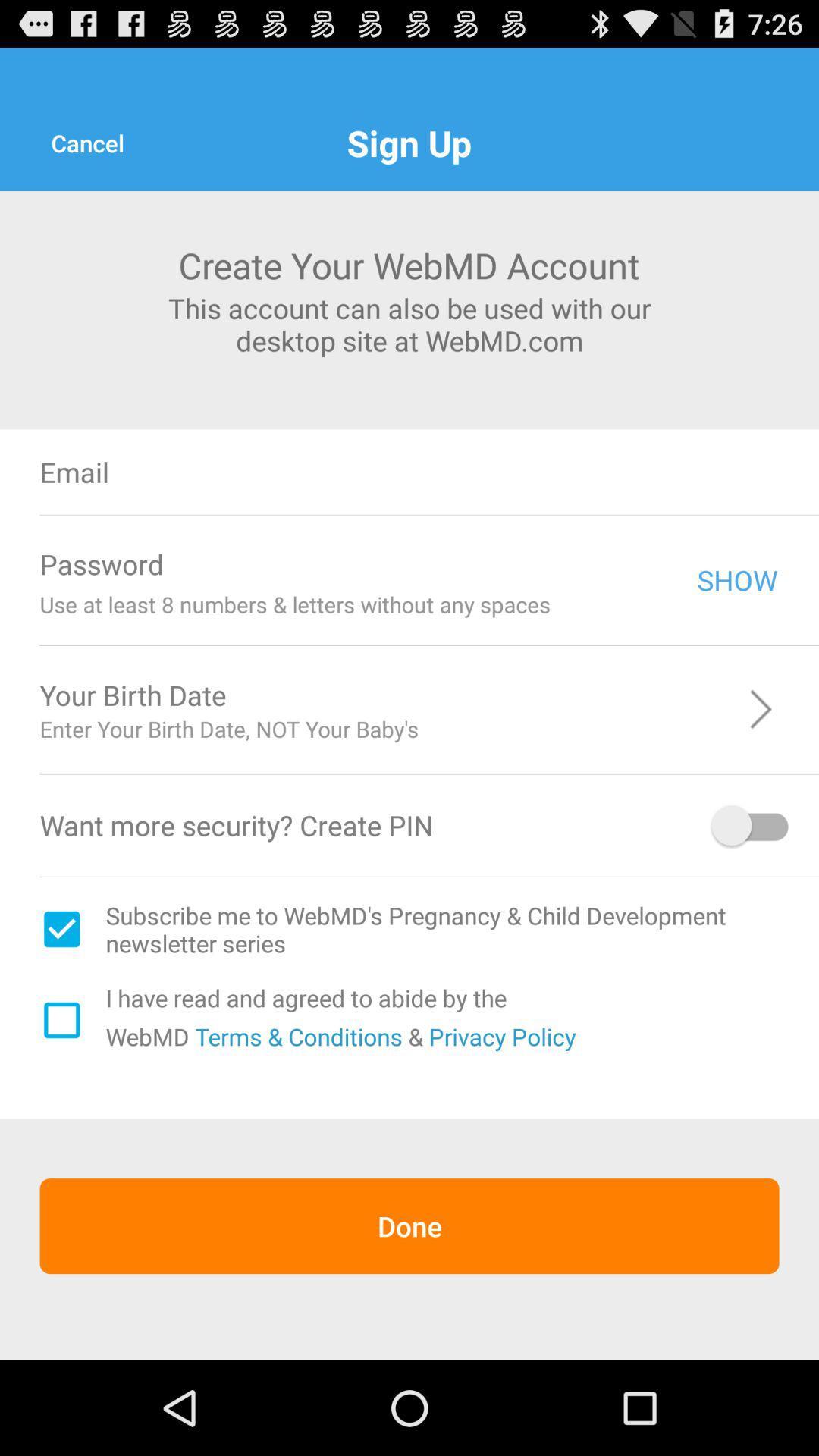 This screenshot has height=1456, width=819. I want to click on terms & conditions, so click(296, 1035).